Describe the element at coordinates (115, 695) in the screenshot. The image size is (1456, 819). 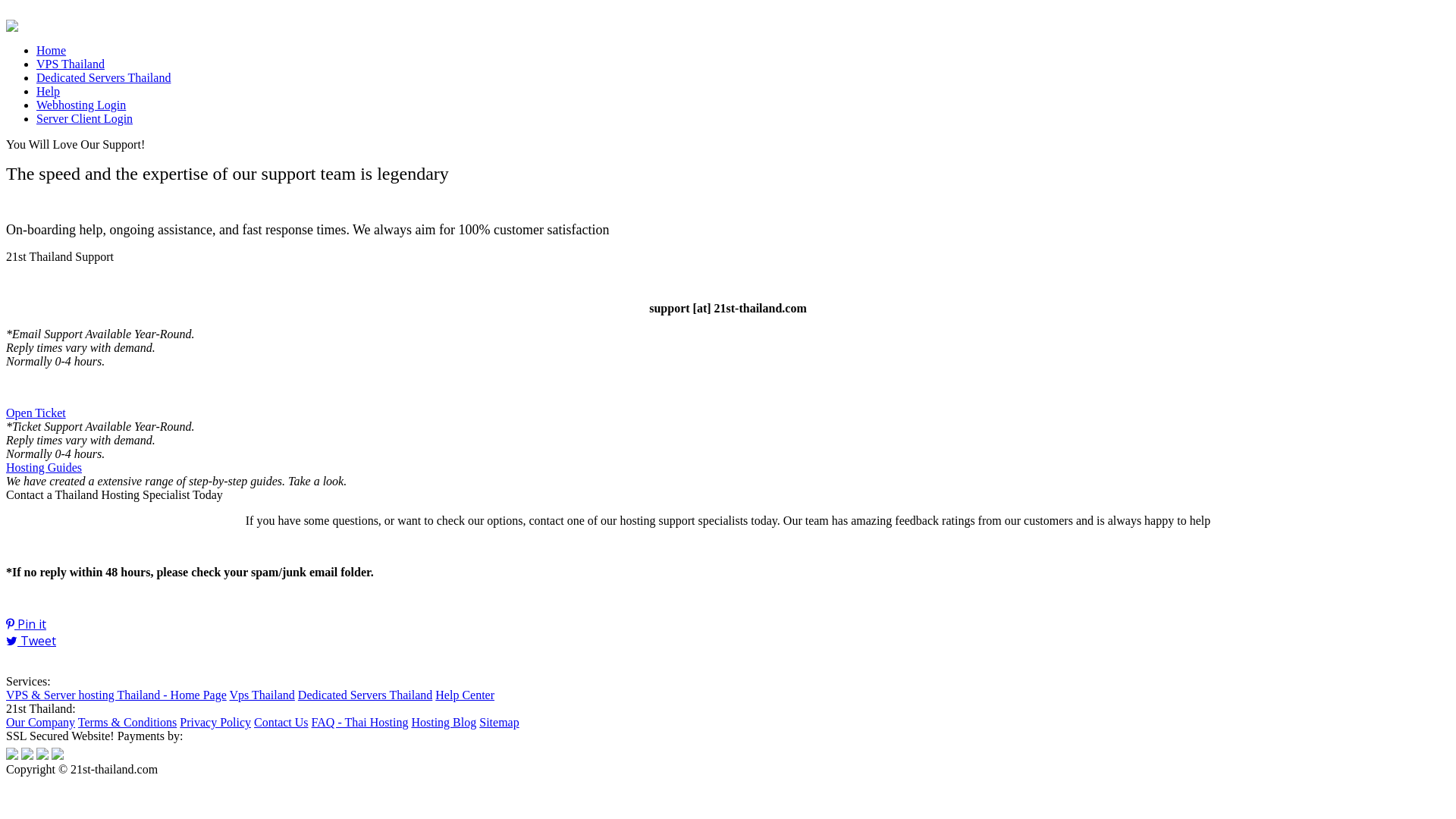
I see `'VPS & Server hosting Thailand - Home Page'` at that location.